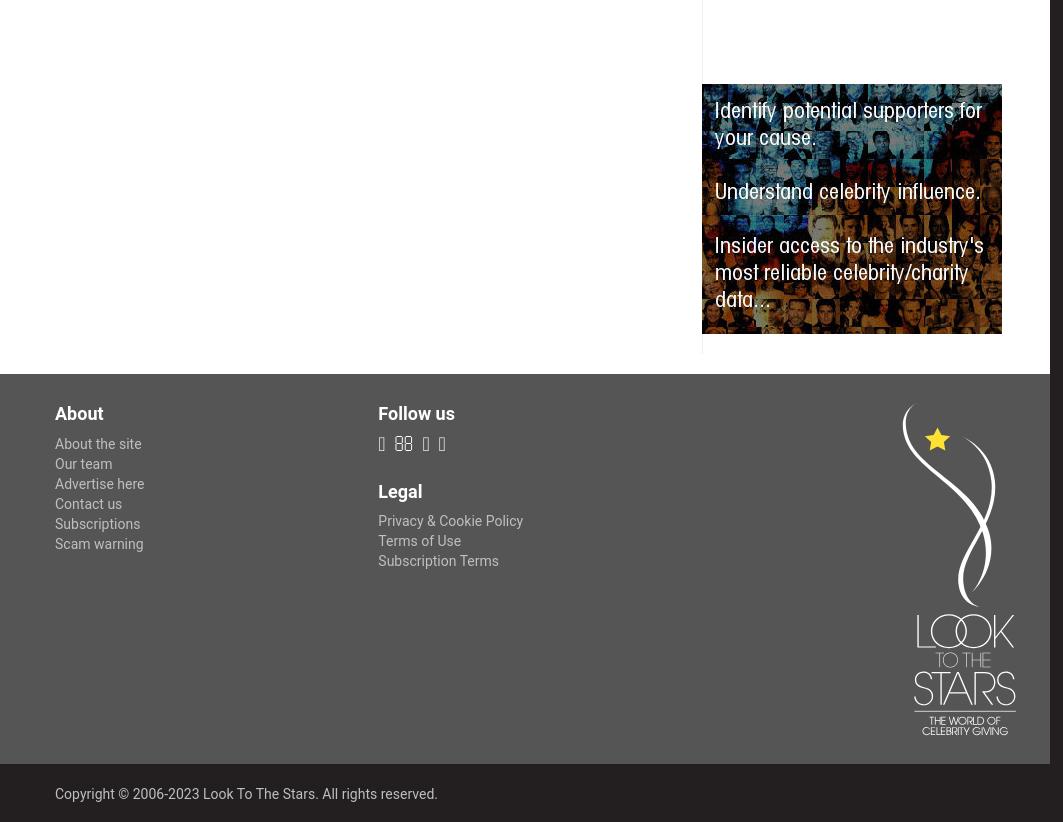 This screenshot has height=822, width=1063. I want to click on 'Follow us', so click(415, 411).